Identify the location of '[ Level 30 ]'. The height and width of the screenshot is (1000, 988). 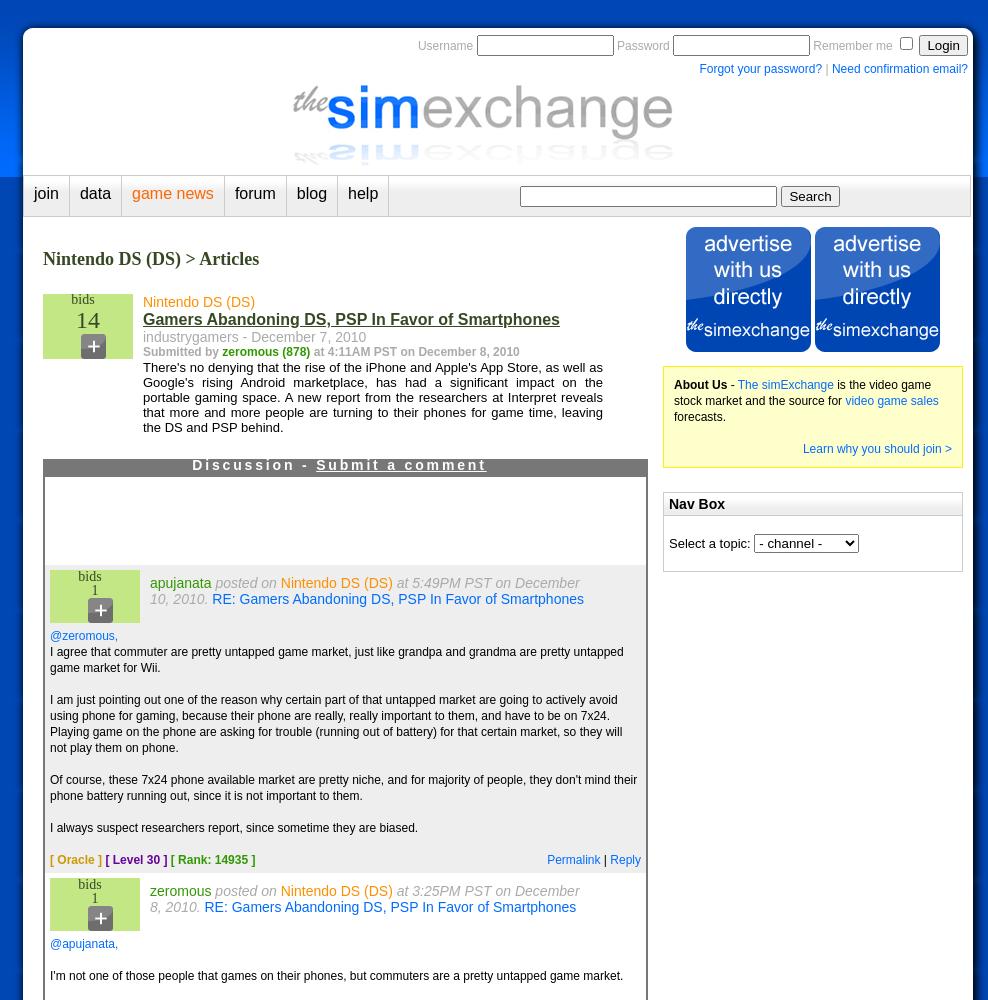
(135, 859).